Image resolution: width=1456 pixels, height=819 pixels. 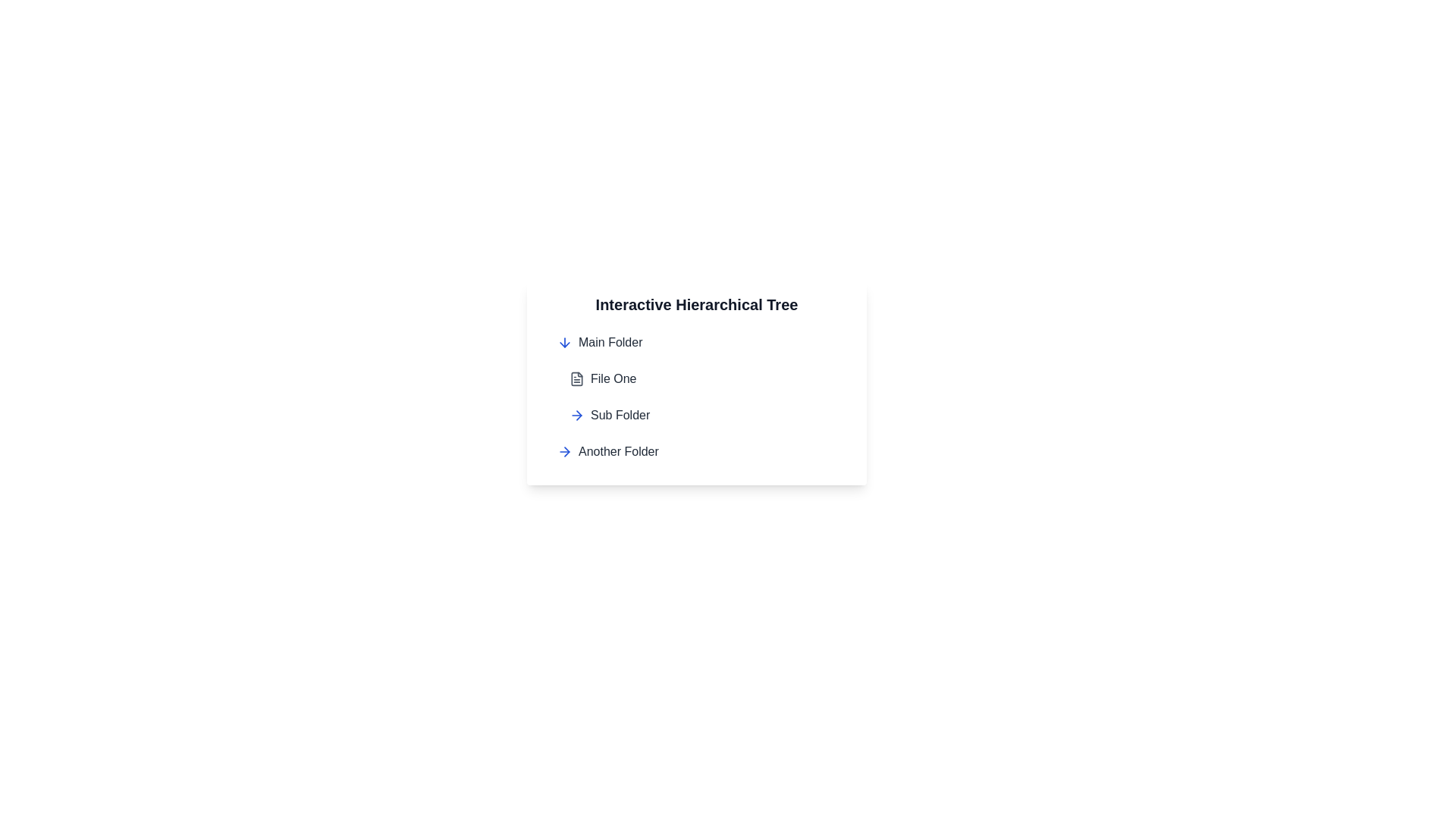 I want to click on the arrow icon that signifies the expand or collapse functionality of the 'Main Folder' item in the hierarchical tree, so click(x=563, y=342).